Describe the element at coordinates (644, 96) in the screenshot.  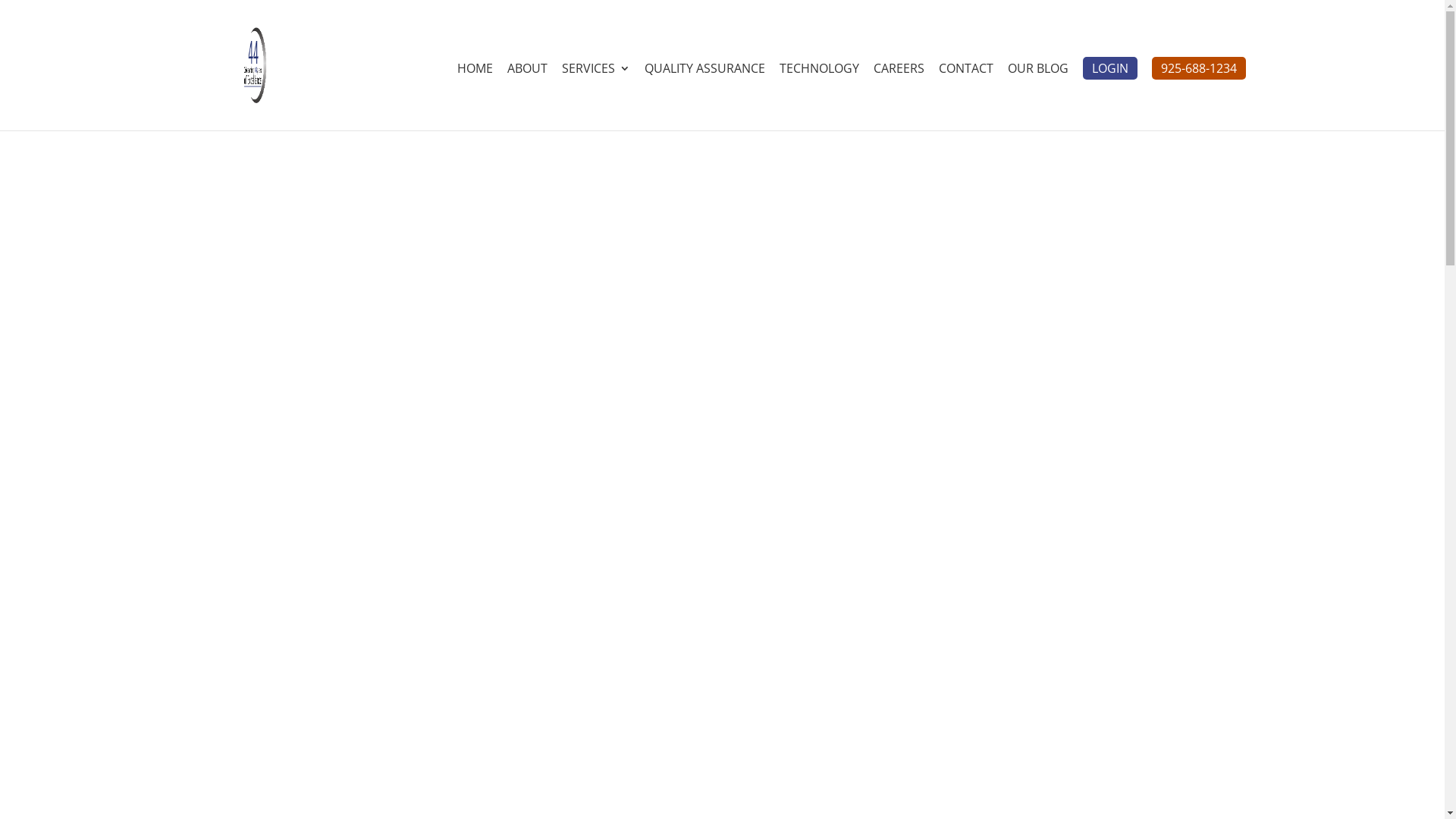
I see `'QUALITY ASSURANCE'` at that location.